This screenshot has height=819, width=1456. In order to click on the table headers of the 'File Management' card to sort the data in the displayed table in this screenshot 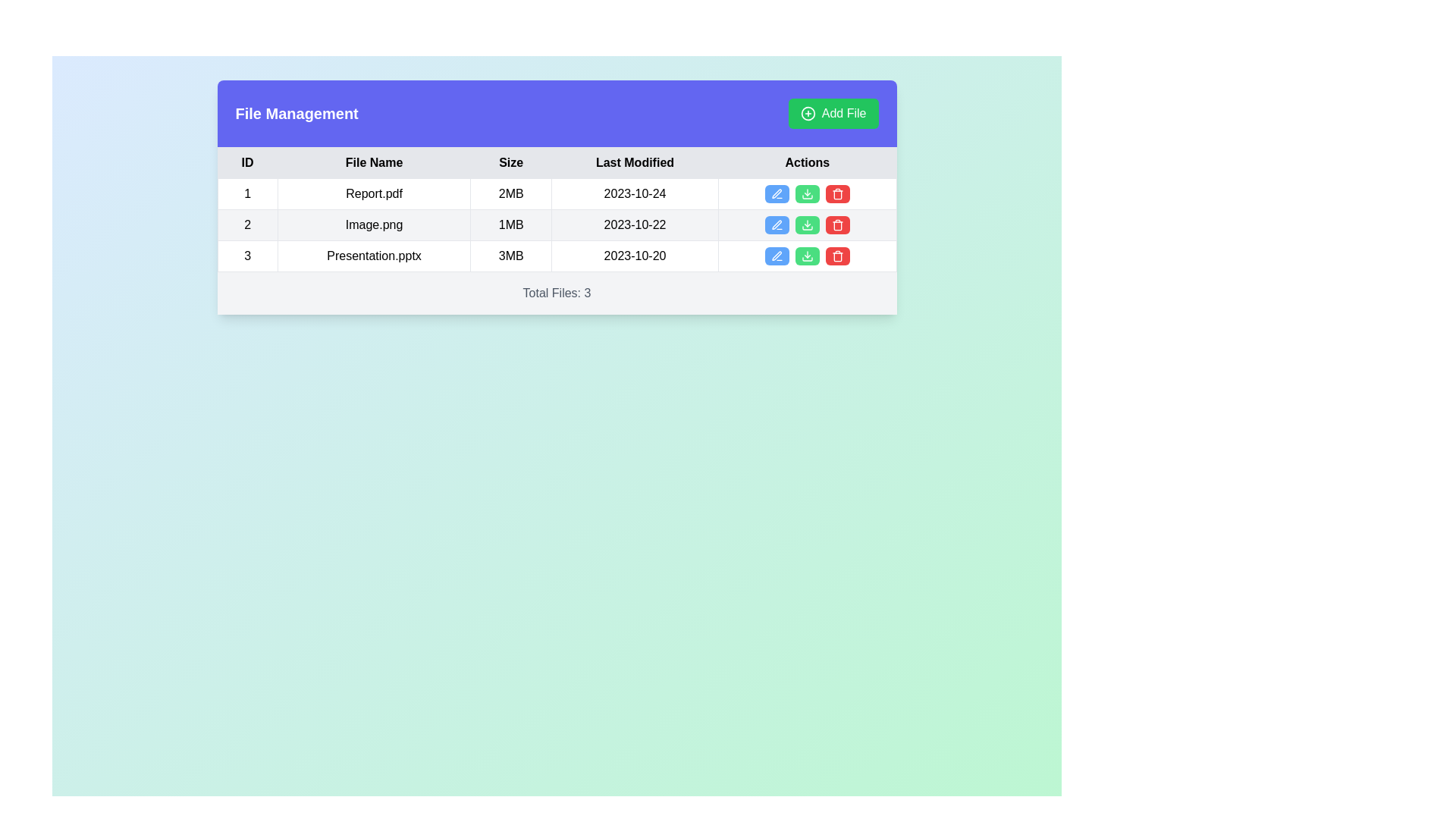, I will do `click(556, 196)`.